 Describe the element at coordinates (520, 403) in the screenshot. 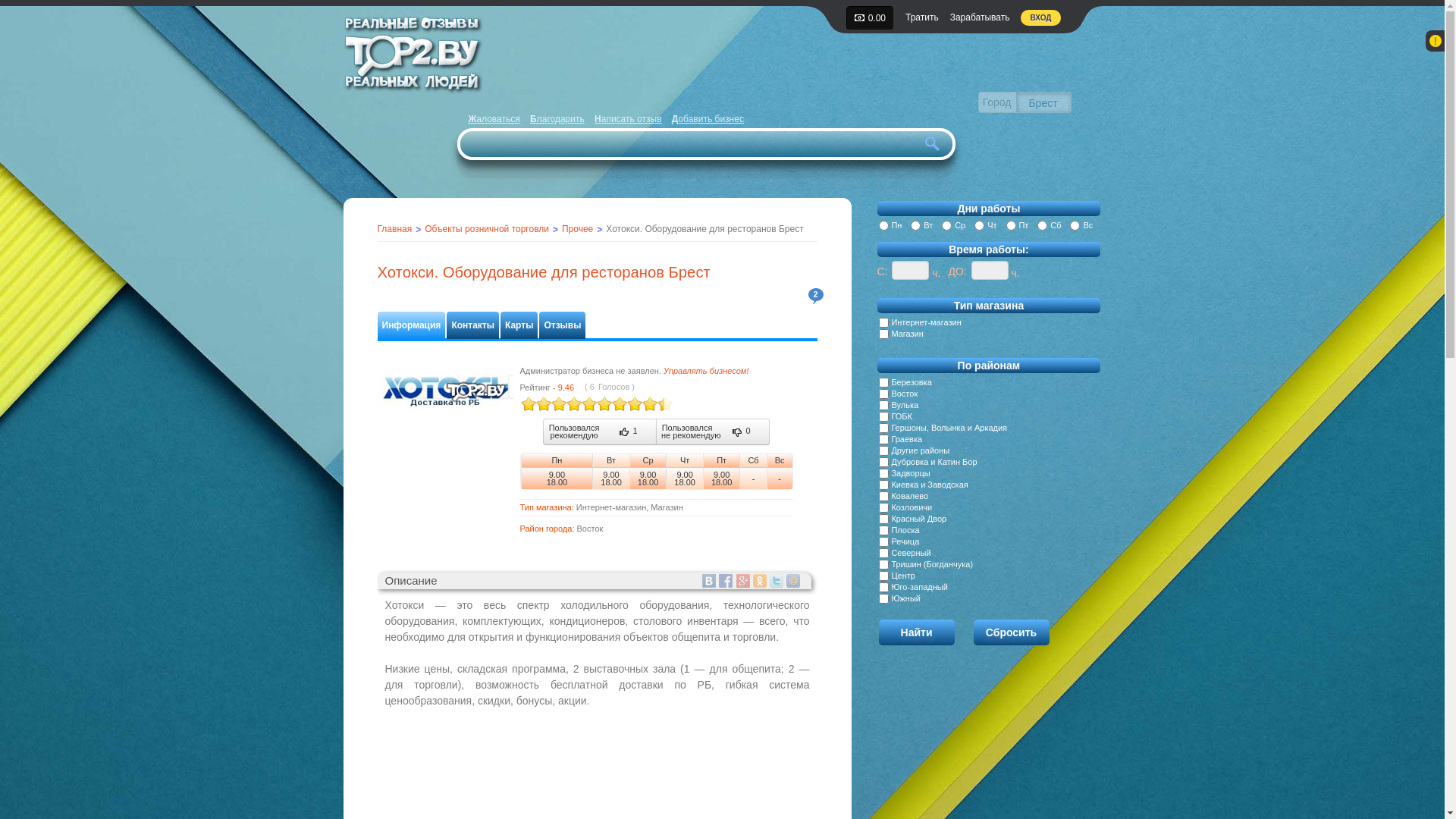

I see `'5'` at that location.